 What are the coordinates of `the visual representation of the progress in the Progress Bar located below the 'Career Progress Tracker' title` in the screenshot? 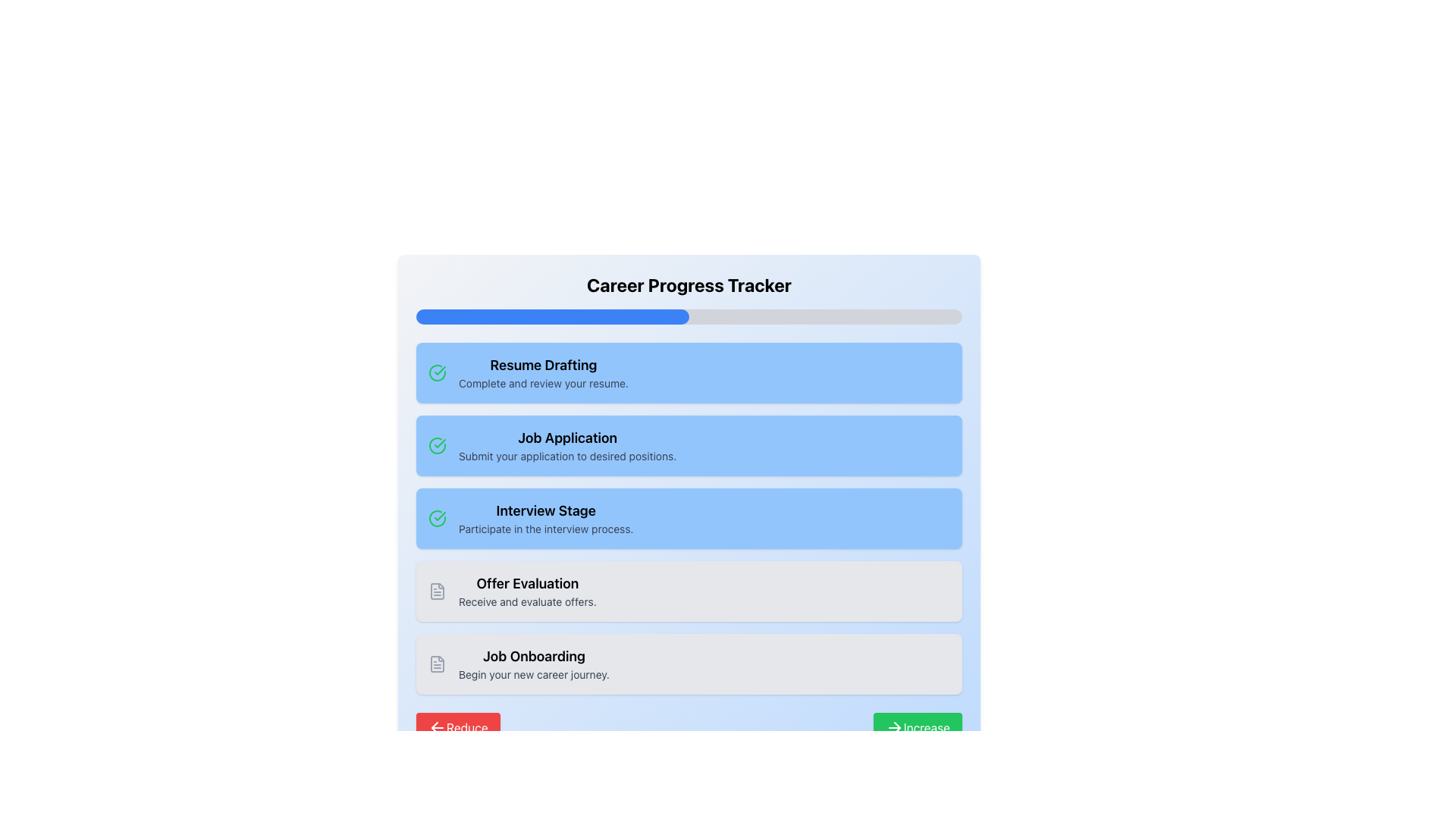 It's located at (688, 315).